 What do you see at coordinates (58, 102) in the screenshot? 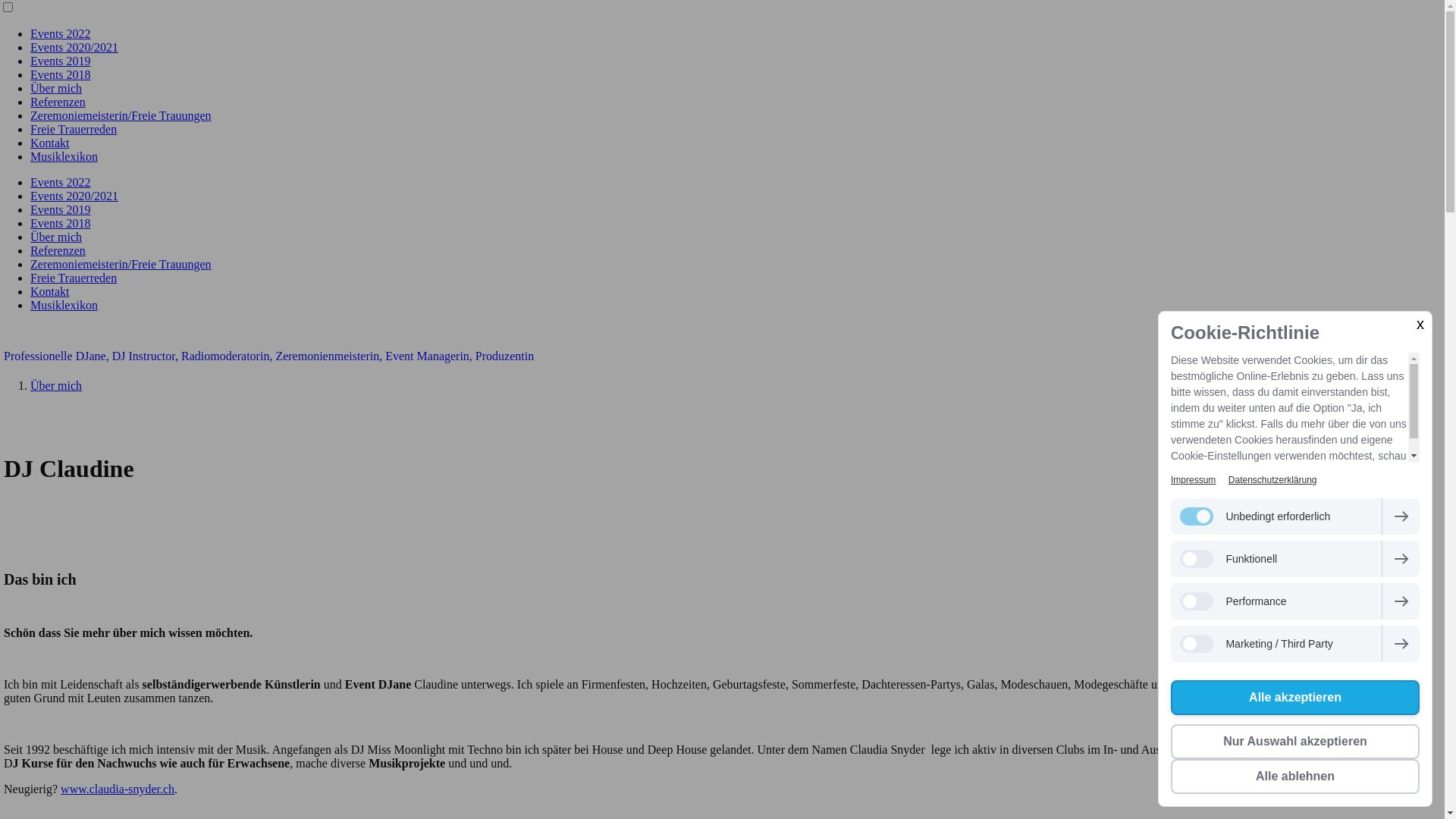
I see `'Referenzen'` at bounding box center [58, 102].